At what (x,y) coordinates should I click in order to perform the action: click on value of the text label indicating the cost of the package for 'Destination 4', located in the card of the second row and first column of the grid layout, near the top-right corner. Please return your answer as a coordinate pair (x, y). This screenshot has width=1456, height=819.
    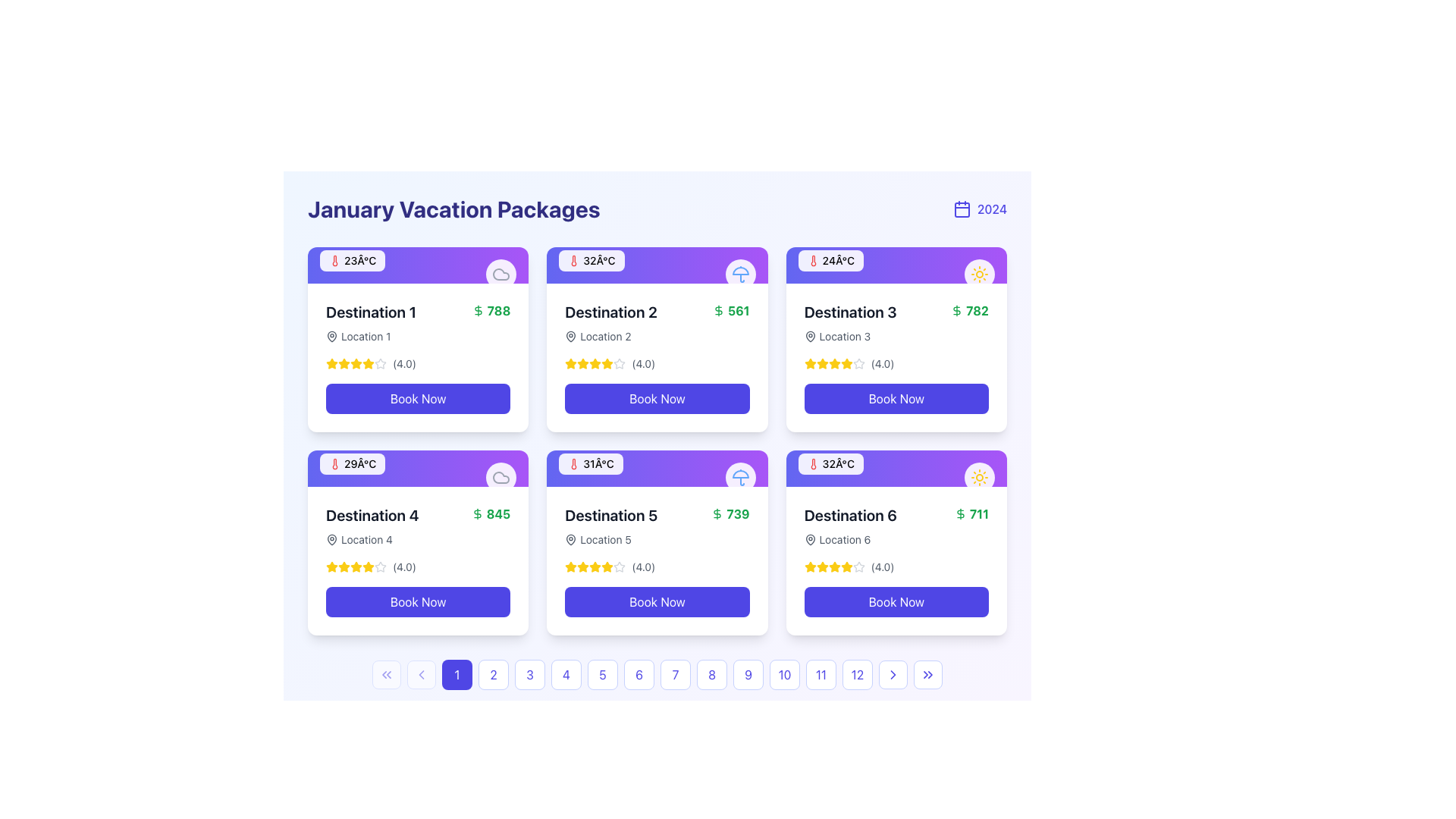
    Looking at the image, I should click on (491, 513).